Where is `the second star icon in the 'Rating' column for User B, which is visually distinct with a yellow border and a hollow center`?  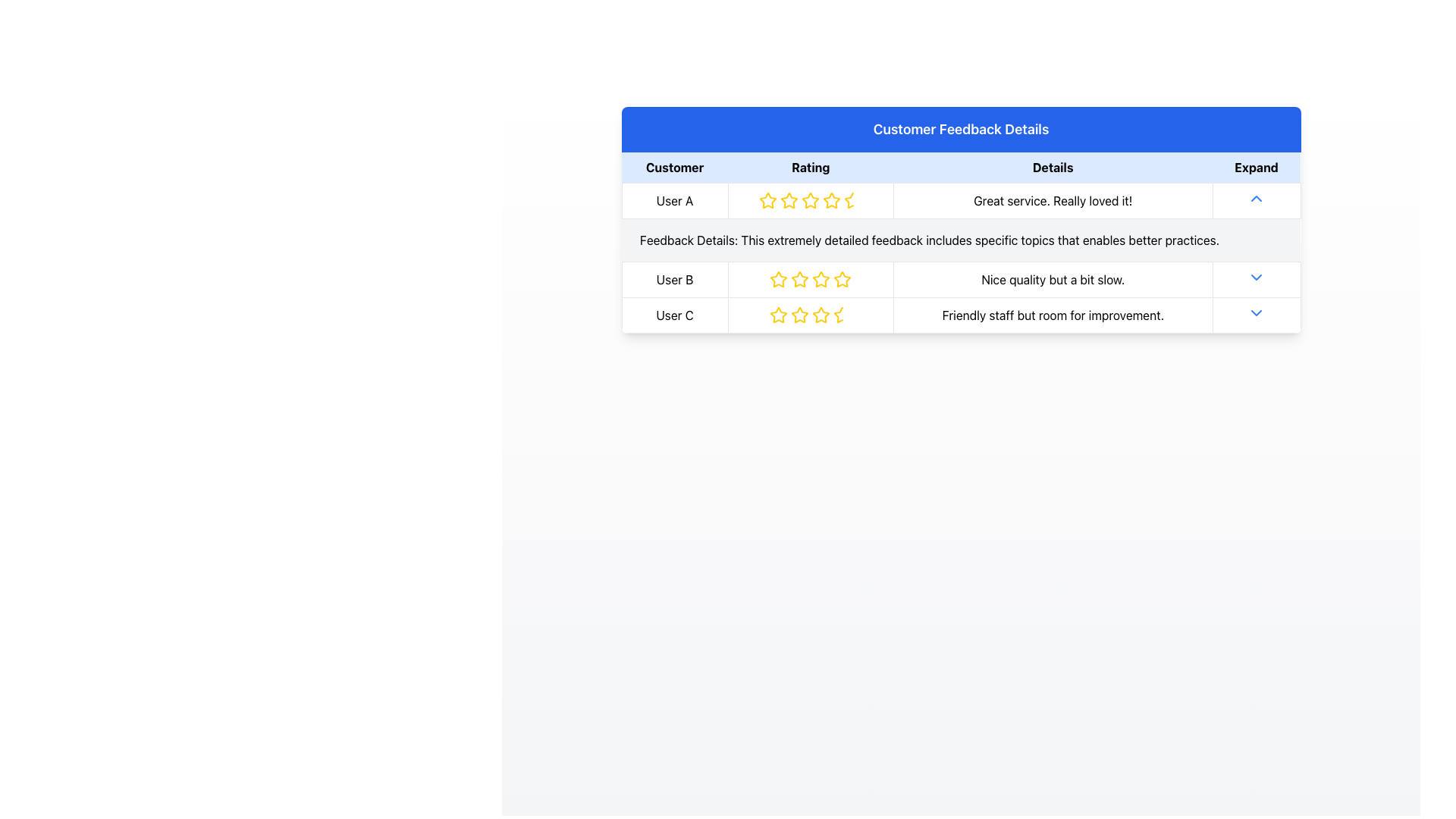
the second star icon in the 'Rating' column for User B, which is visually distinct with a yellow border and a hollow center is located at coordinates (779, 279).